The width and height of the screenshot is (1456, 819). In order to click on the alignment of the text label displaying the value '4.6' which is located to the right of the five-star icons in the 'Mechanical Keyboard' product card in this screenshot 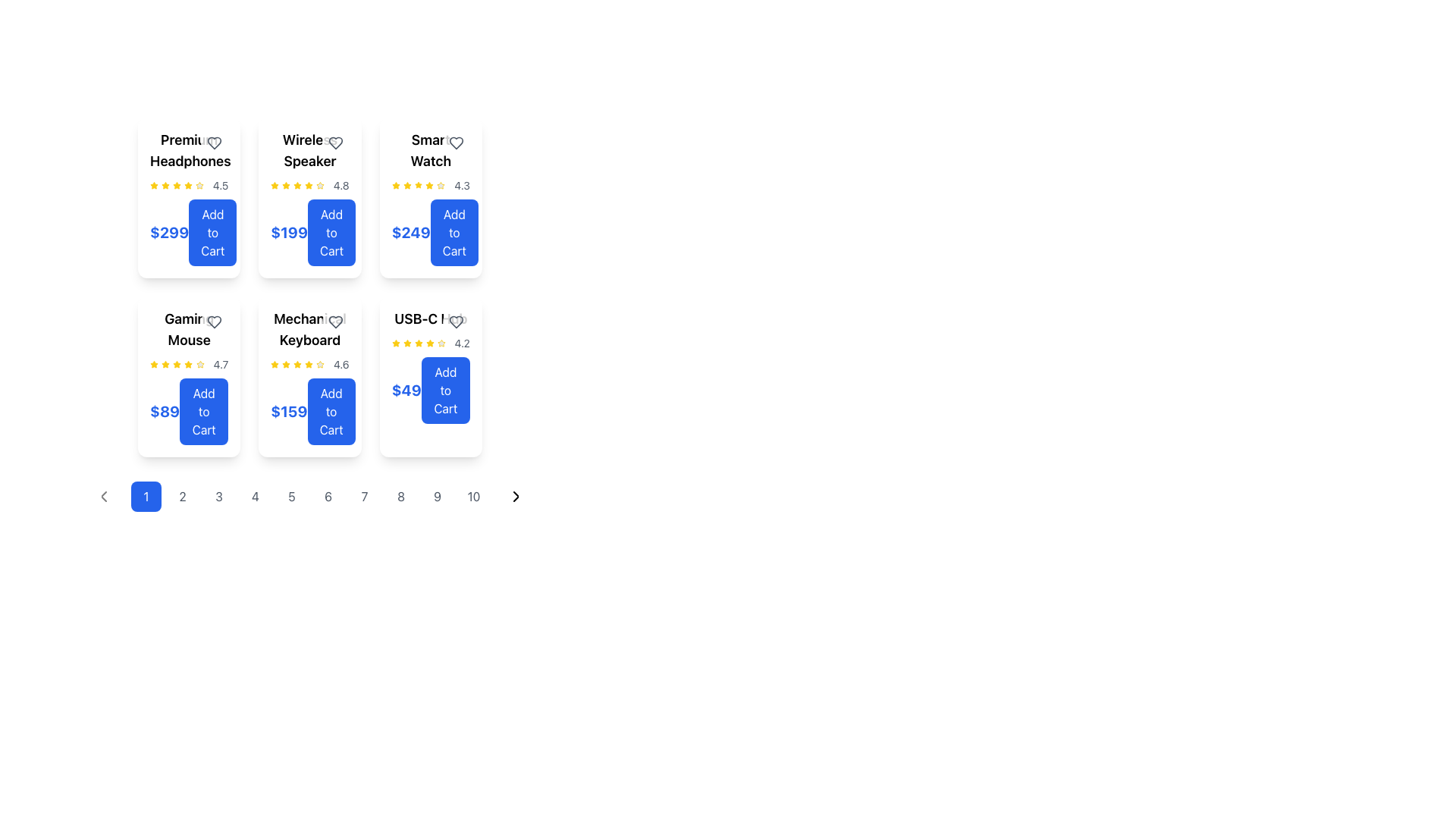, I will do `click(340, 365)`.